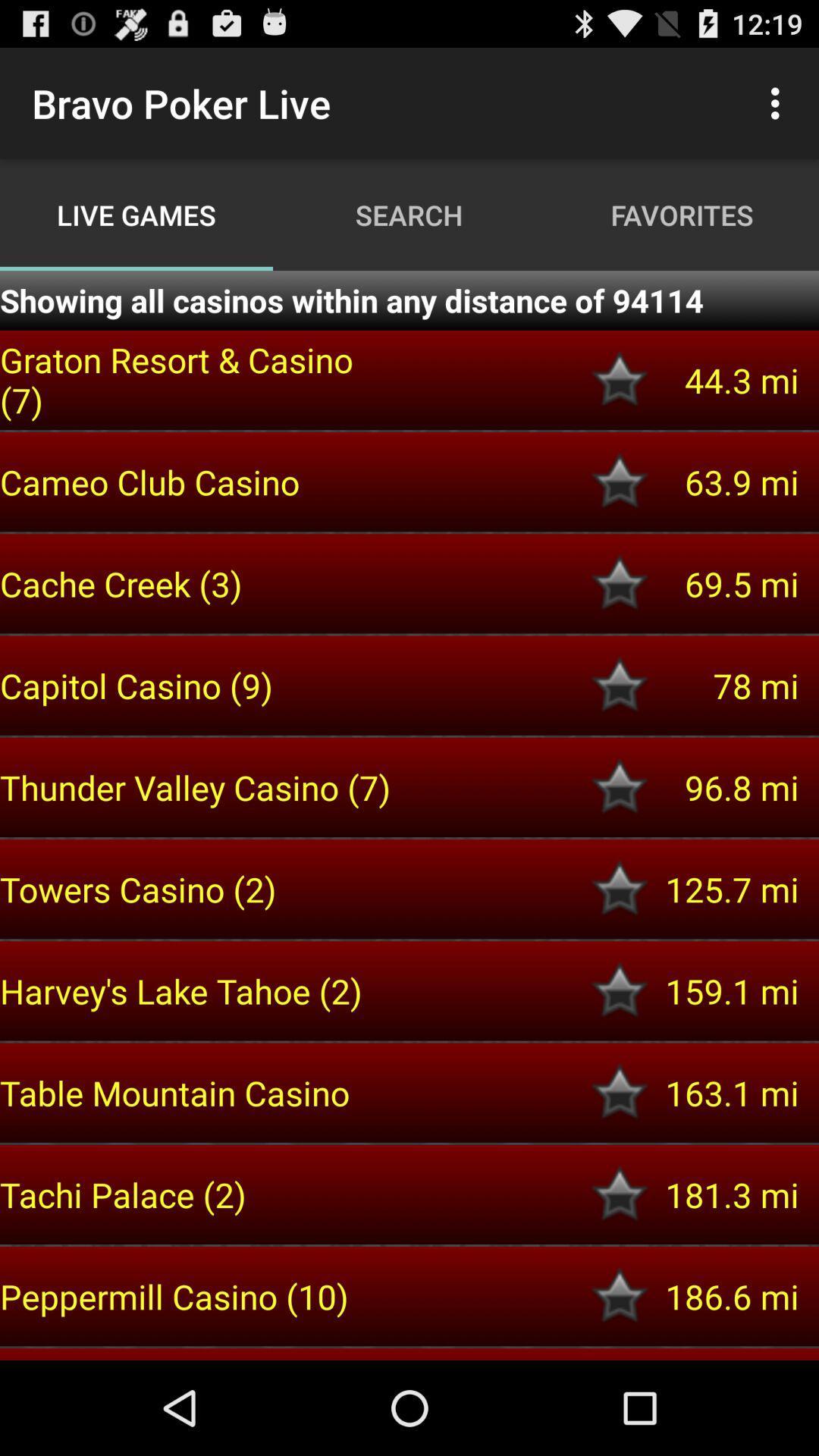  Describe the element at coordinates (620, 1194) in the screenshot. I see `set as a favorite` at that location.